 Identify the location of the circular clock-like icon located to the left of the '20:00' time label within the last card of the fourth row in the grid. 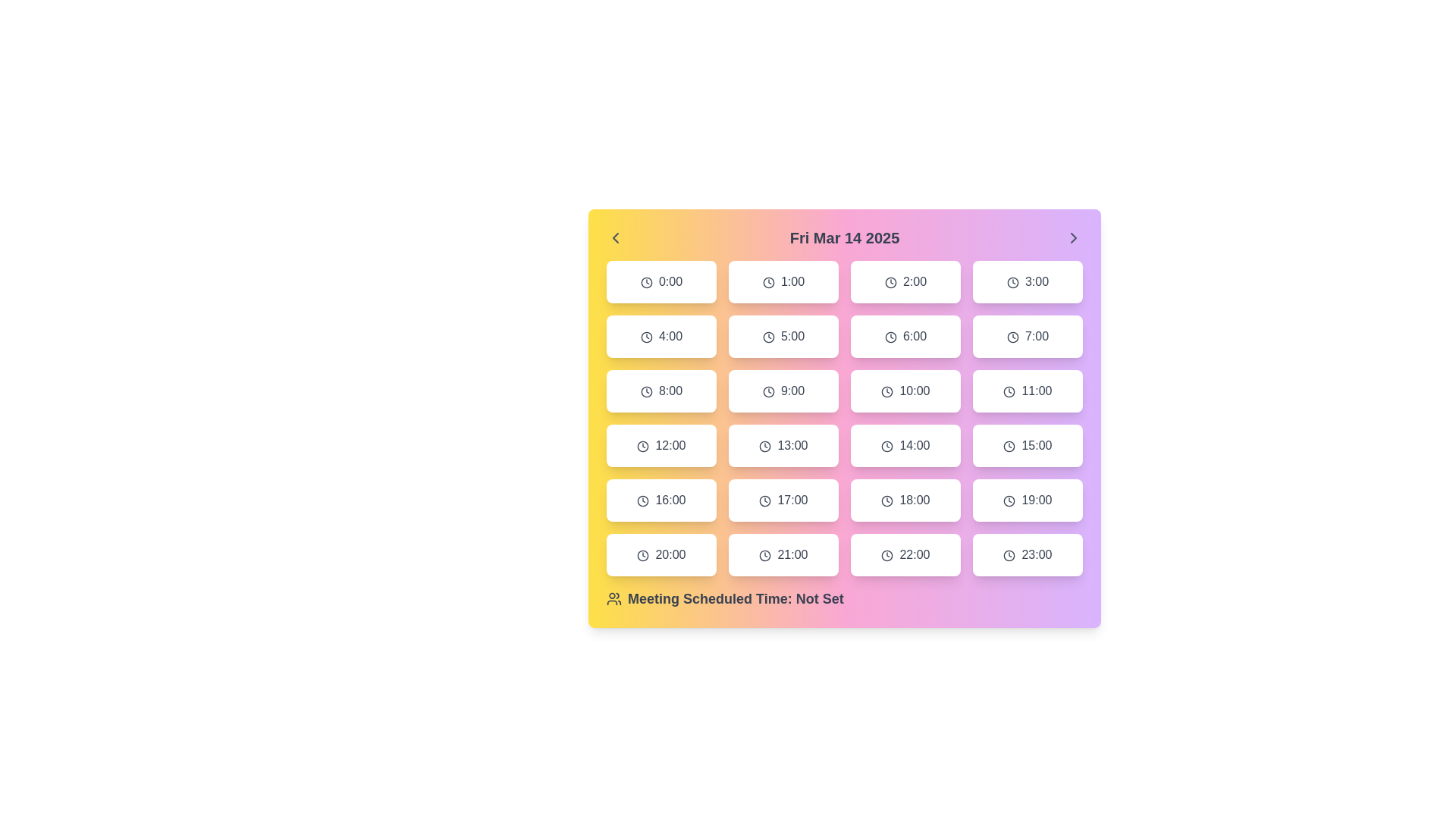
(643, 555).